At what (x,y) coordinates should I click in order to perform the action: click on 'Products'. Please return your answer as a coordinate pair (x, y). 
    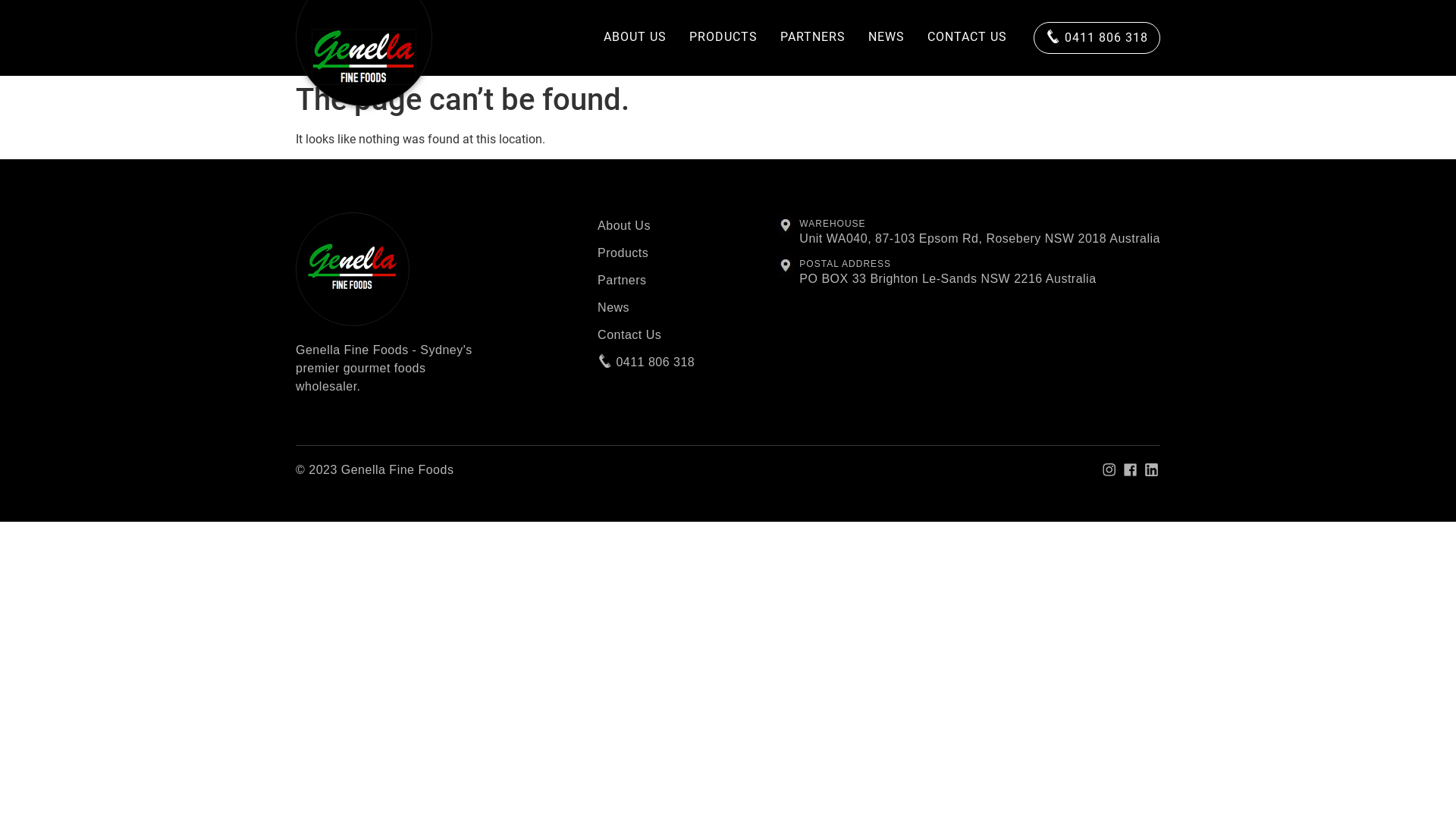
    Looking at the image, I should click on (645, 253).